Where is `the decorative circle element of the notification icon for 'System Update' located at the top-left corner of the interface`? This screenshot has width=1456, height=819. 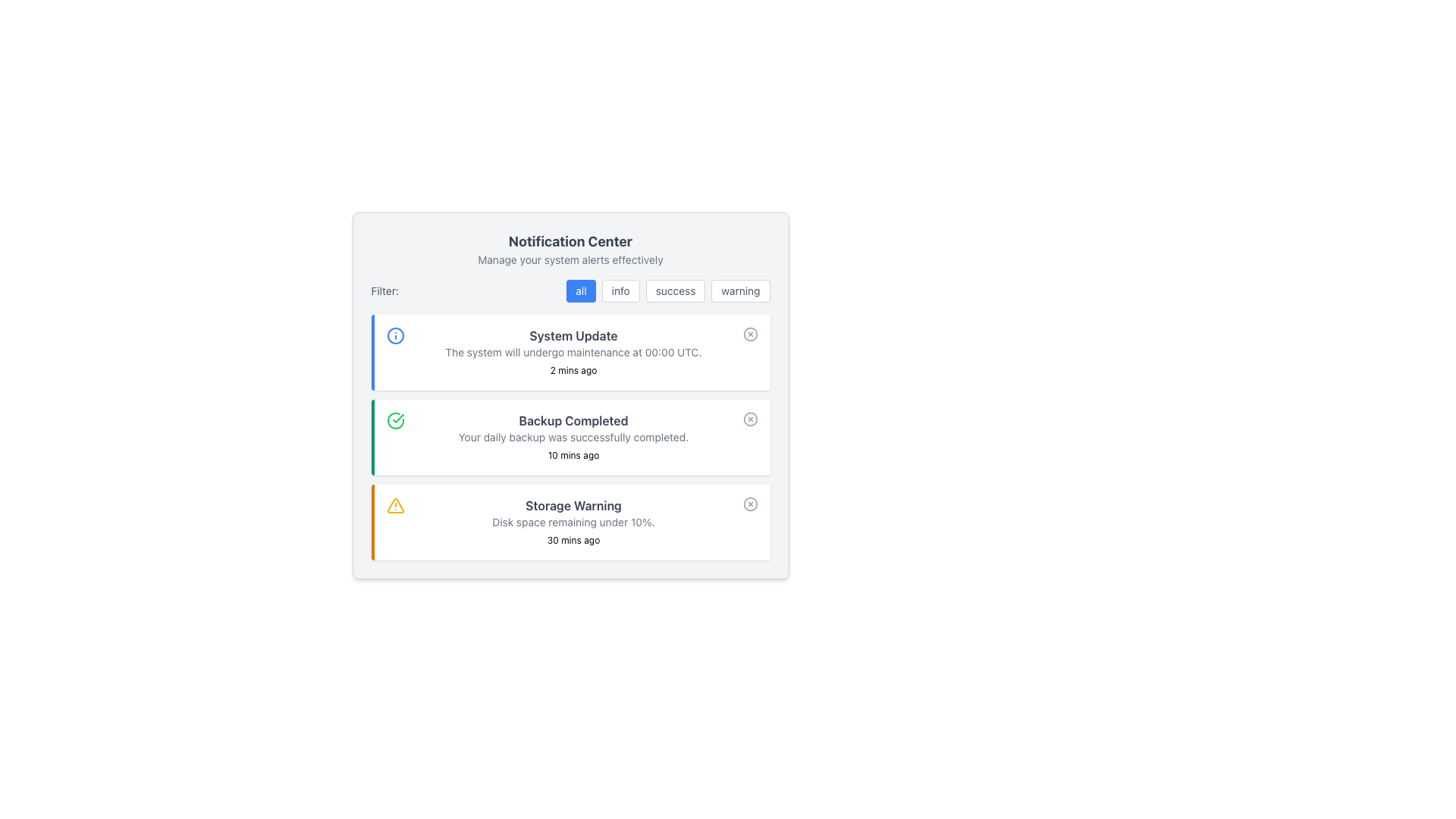
the decorative circle element of the notification icon for 'System Update' located at the top-left corner of the interface is located at coordinates (395, 335).